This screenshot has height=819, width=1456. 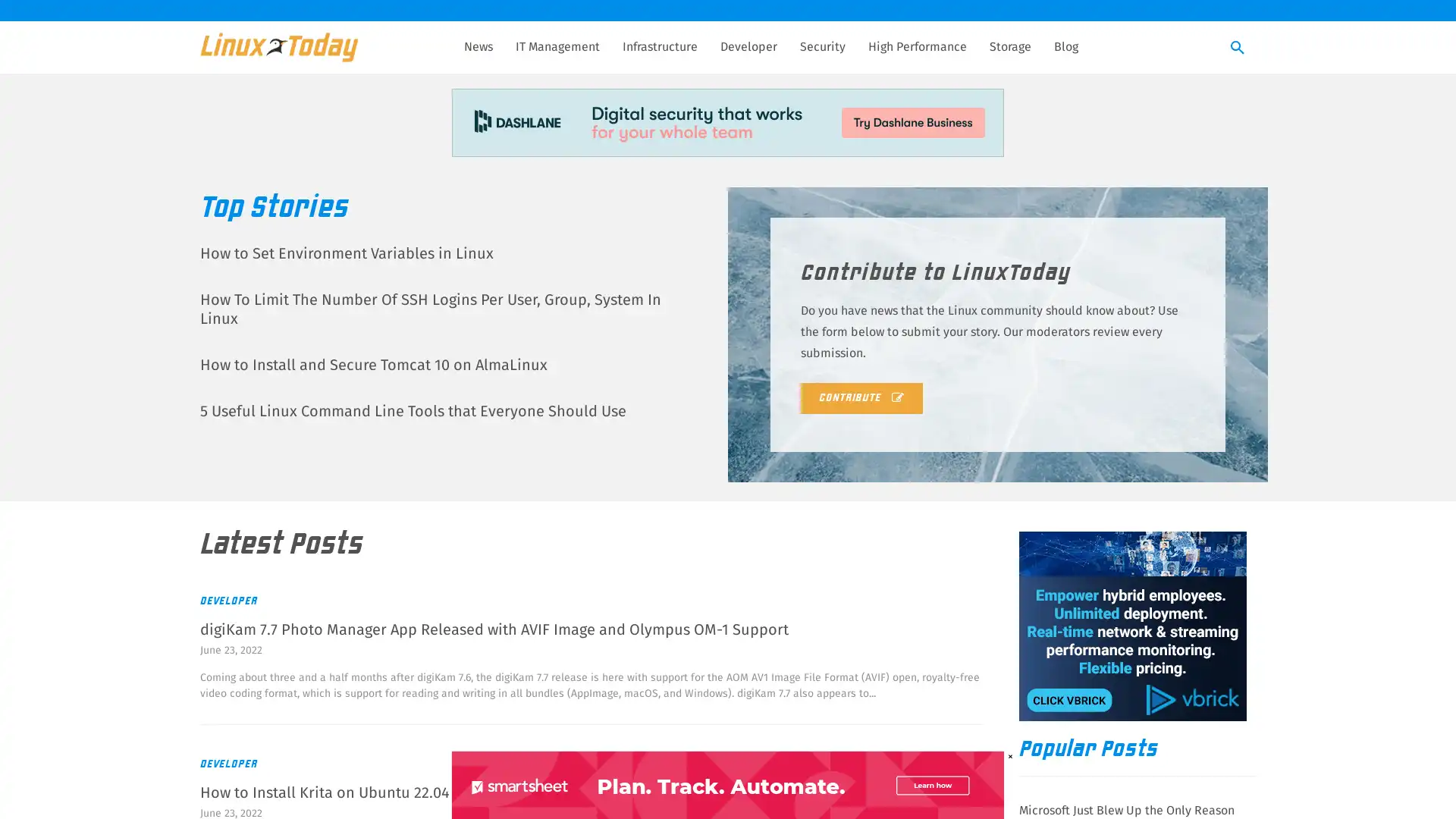 What do you see at coordinates (1238, 48) in the screenshot?
I see `Search` at bounding box center [1238, 48].